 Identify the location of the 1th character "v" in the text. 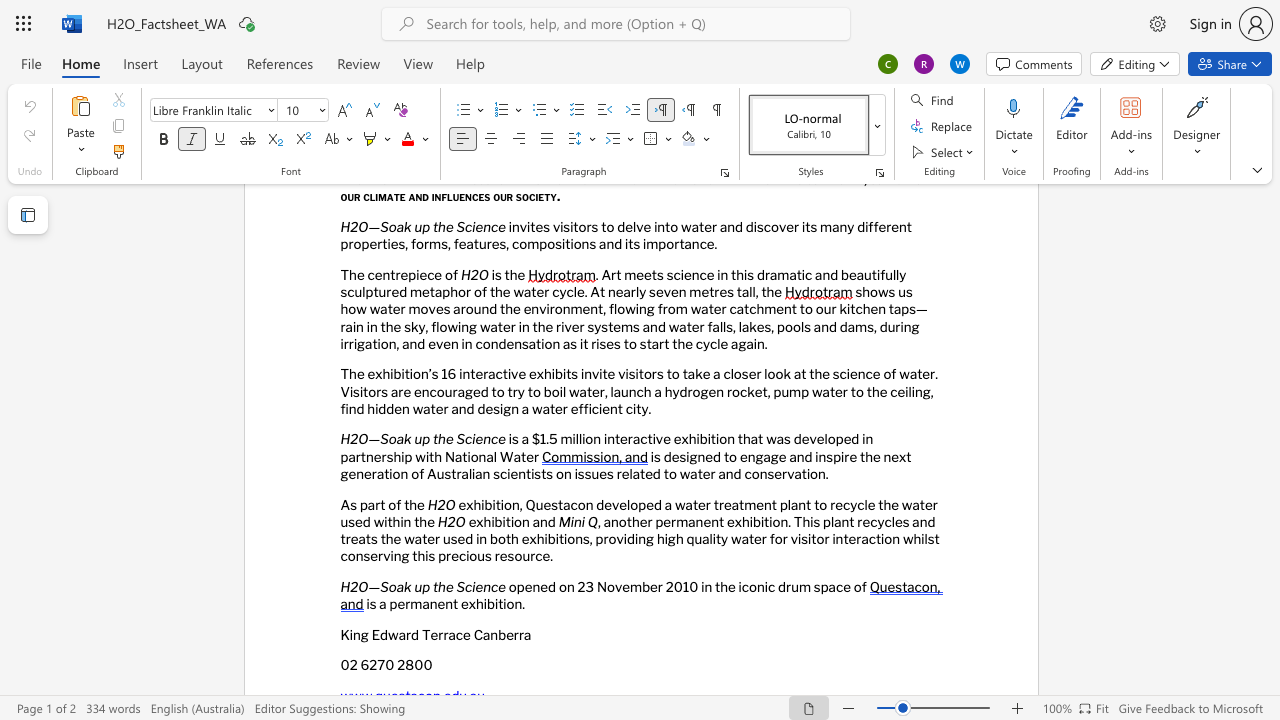
(614, 503).